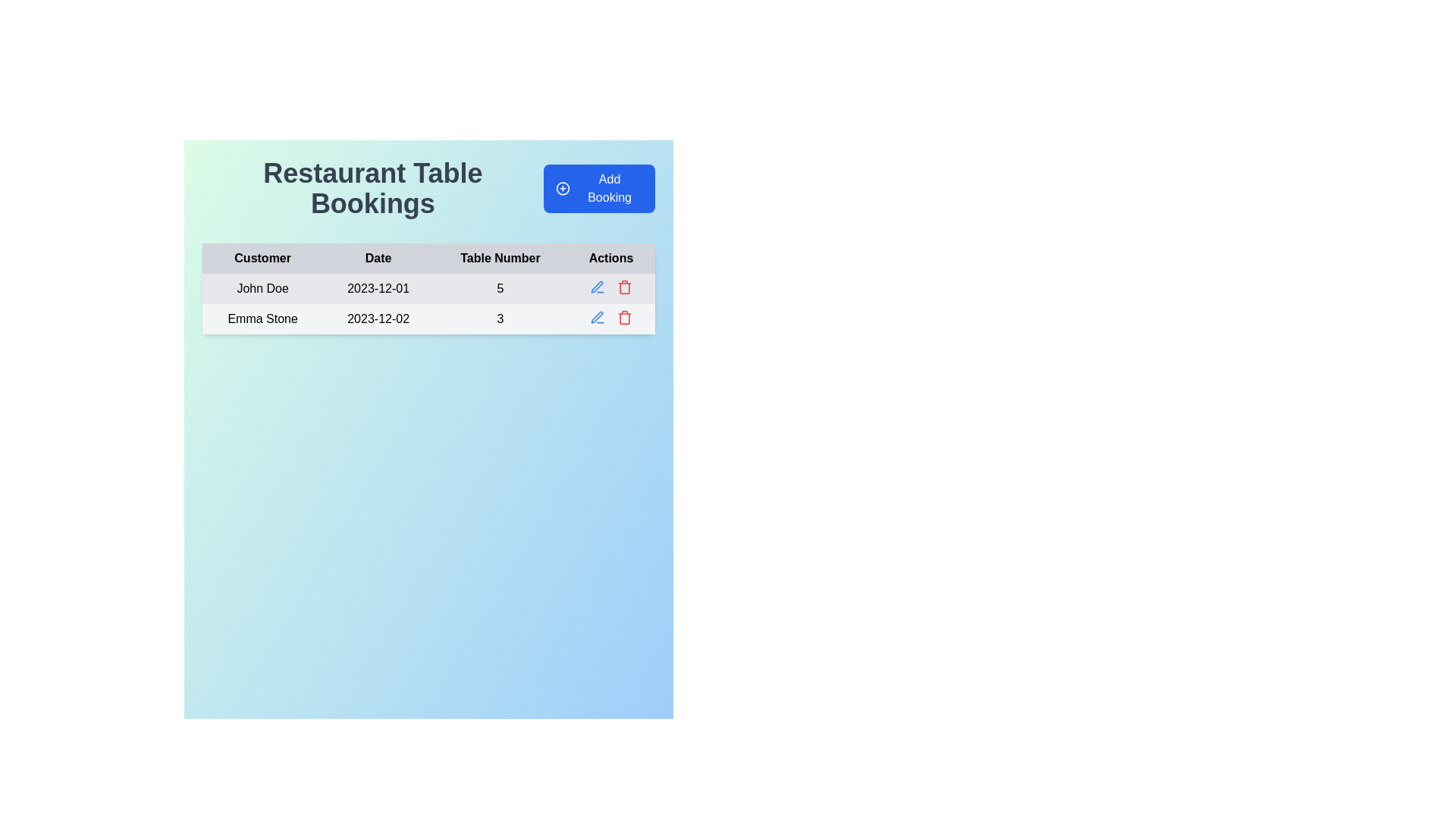 The height and width of the screenshot is (819, 1456). I want to click on the text label displaying '2023-12-01' located in the 'Date' column of the table row for 'John Doe', so click(378, 289).